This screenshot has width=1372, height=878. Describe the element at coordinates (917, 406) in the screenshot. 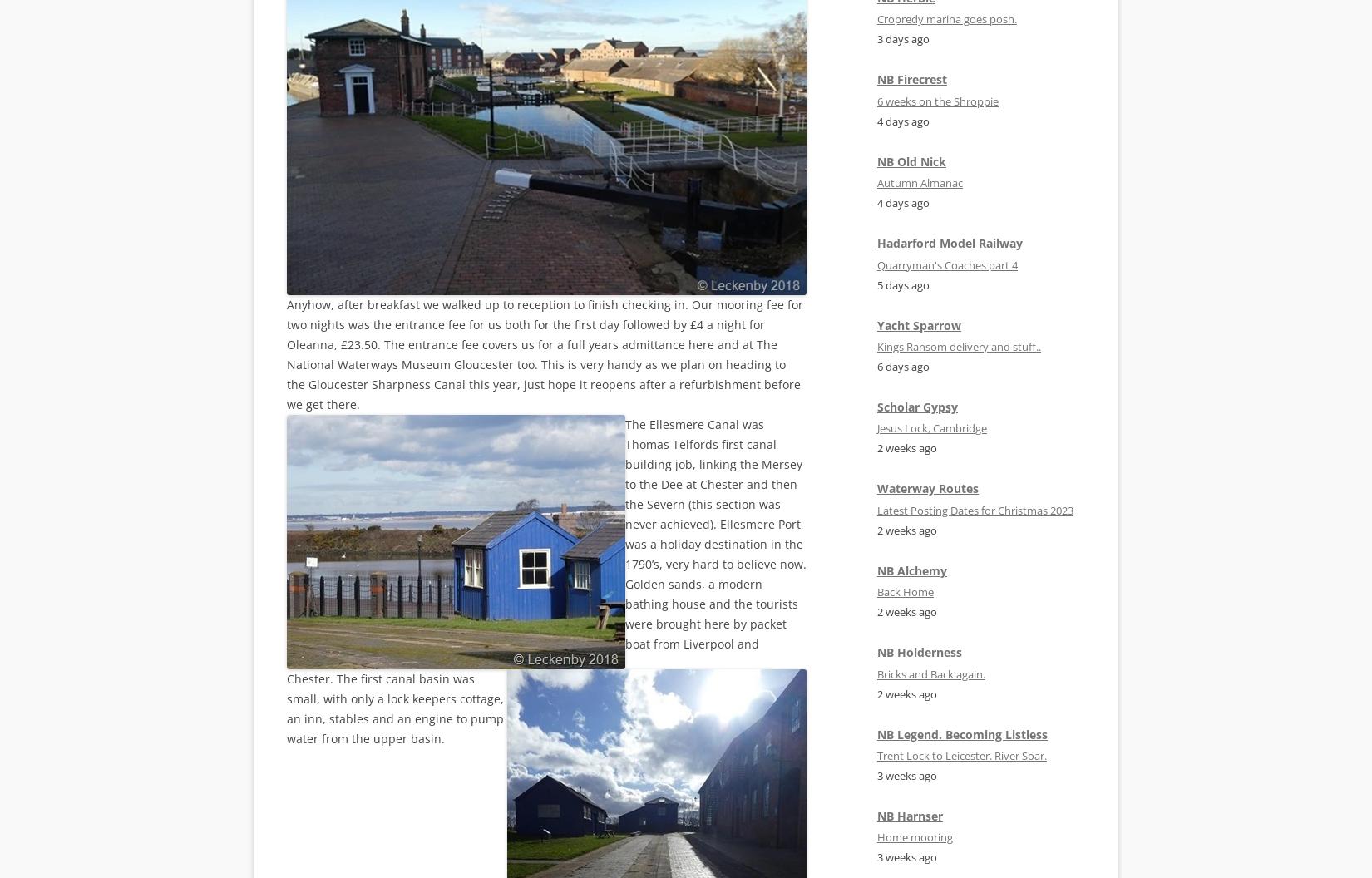

I see `'Scholar Gypsy'` at that location.